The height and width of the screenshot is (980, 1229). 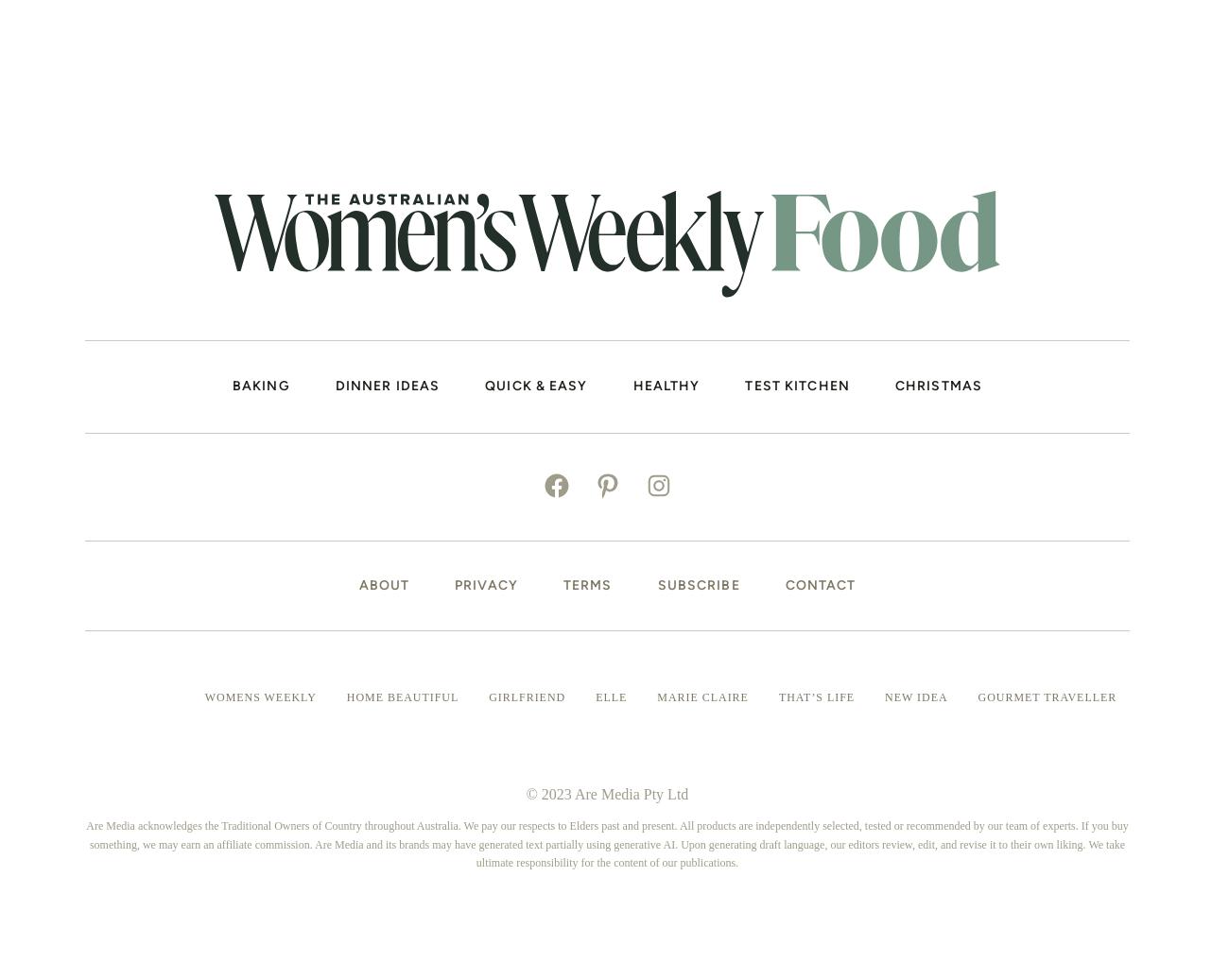 What do you see at coordinates (606, 843) in the screenshot?
I see `'Are Media acknowledges the Traditional Owners of Country throughout Australia. We pay our respects to Elders past and present. All products are independently selected, tested or recommended by our team of experts. If you buy something, we may earn an affiliate commission. Are Media and its brands may have generated text partially using generative AI. Upon generating draft language, our editors review, edit, and revise it to their own liking. We take ultimate responsibility for the content of our publications.'` at bounding box center [606, 843].